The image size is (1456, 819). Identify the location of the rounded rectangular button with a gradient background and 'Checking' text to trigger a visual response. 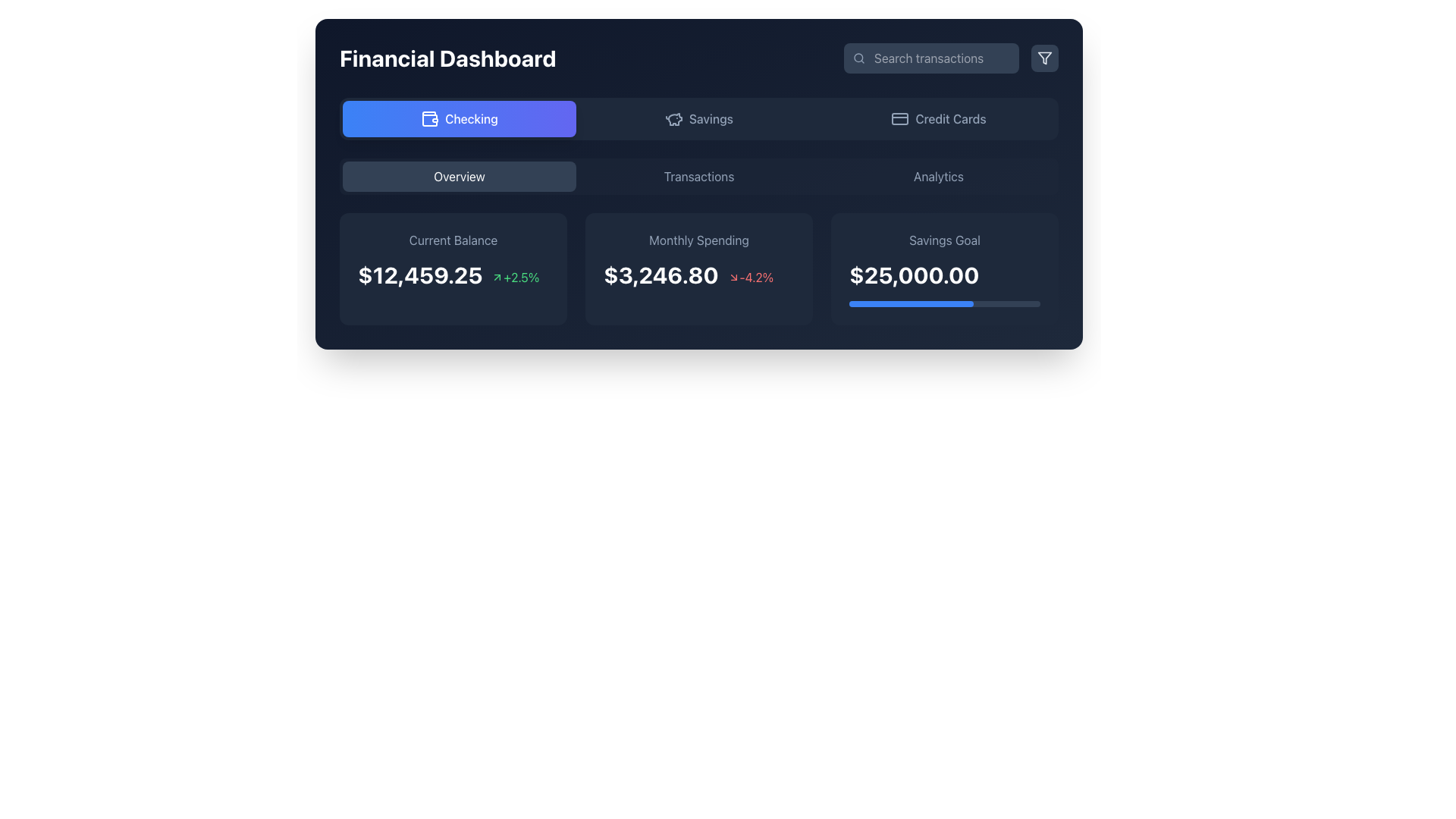
(458, 118).